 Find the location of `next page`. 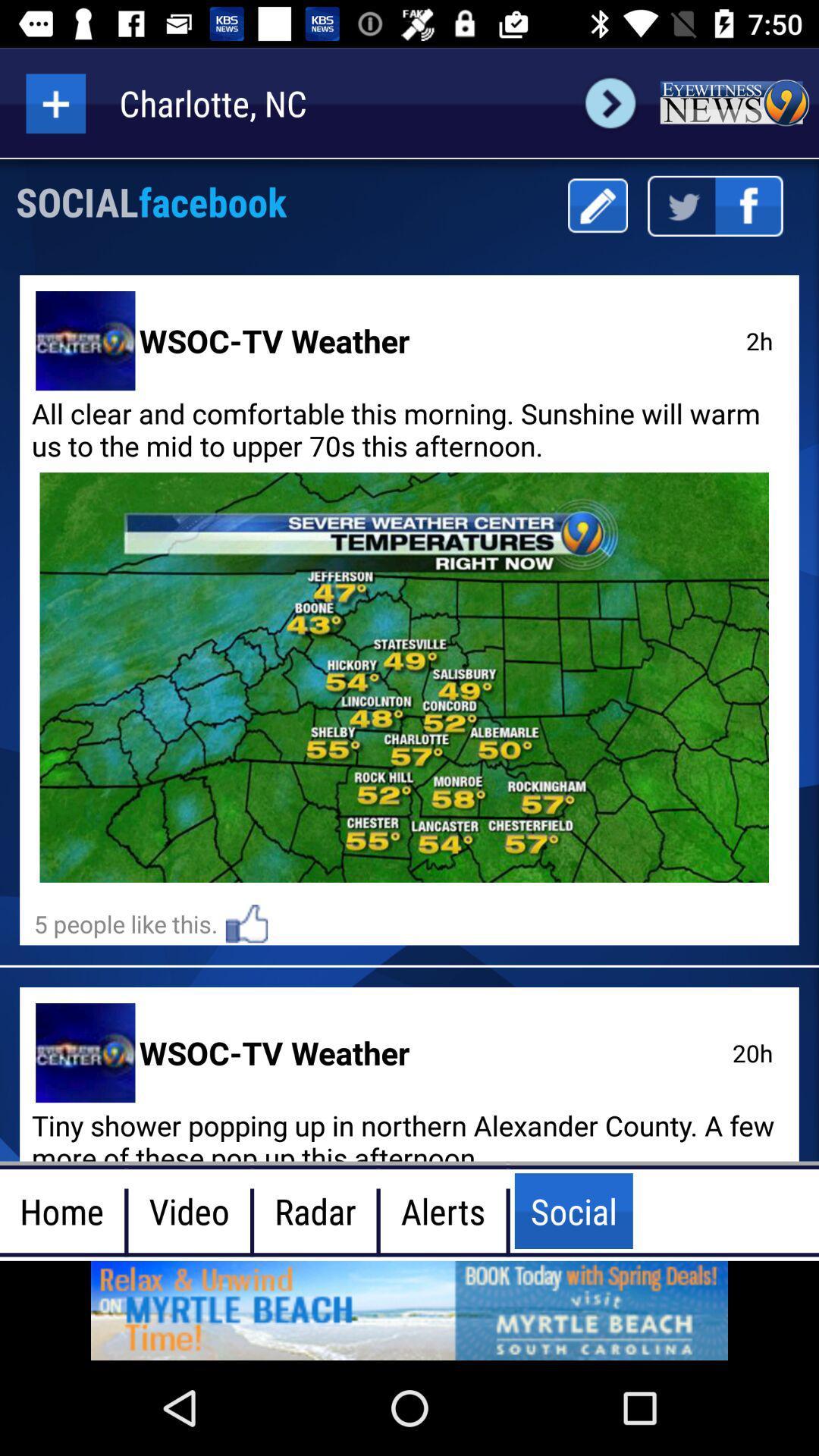

next page is located at coordinates (610, 102).